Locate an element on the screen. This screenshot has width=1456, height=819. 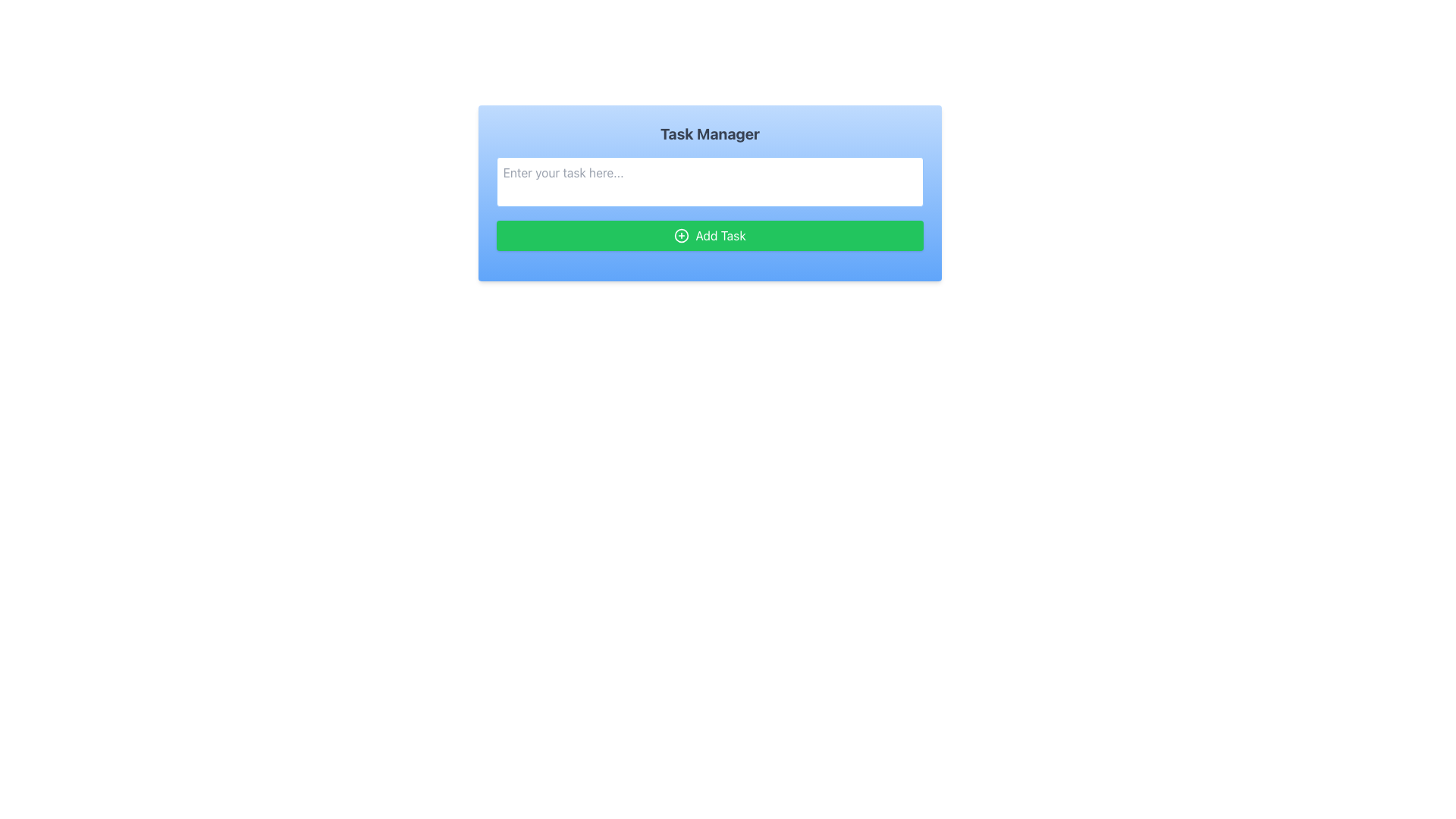
the static text label that serves as a heading for the Task Manager section, located above the text input placeholder is located at coordinates (709, 133).